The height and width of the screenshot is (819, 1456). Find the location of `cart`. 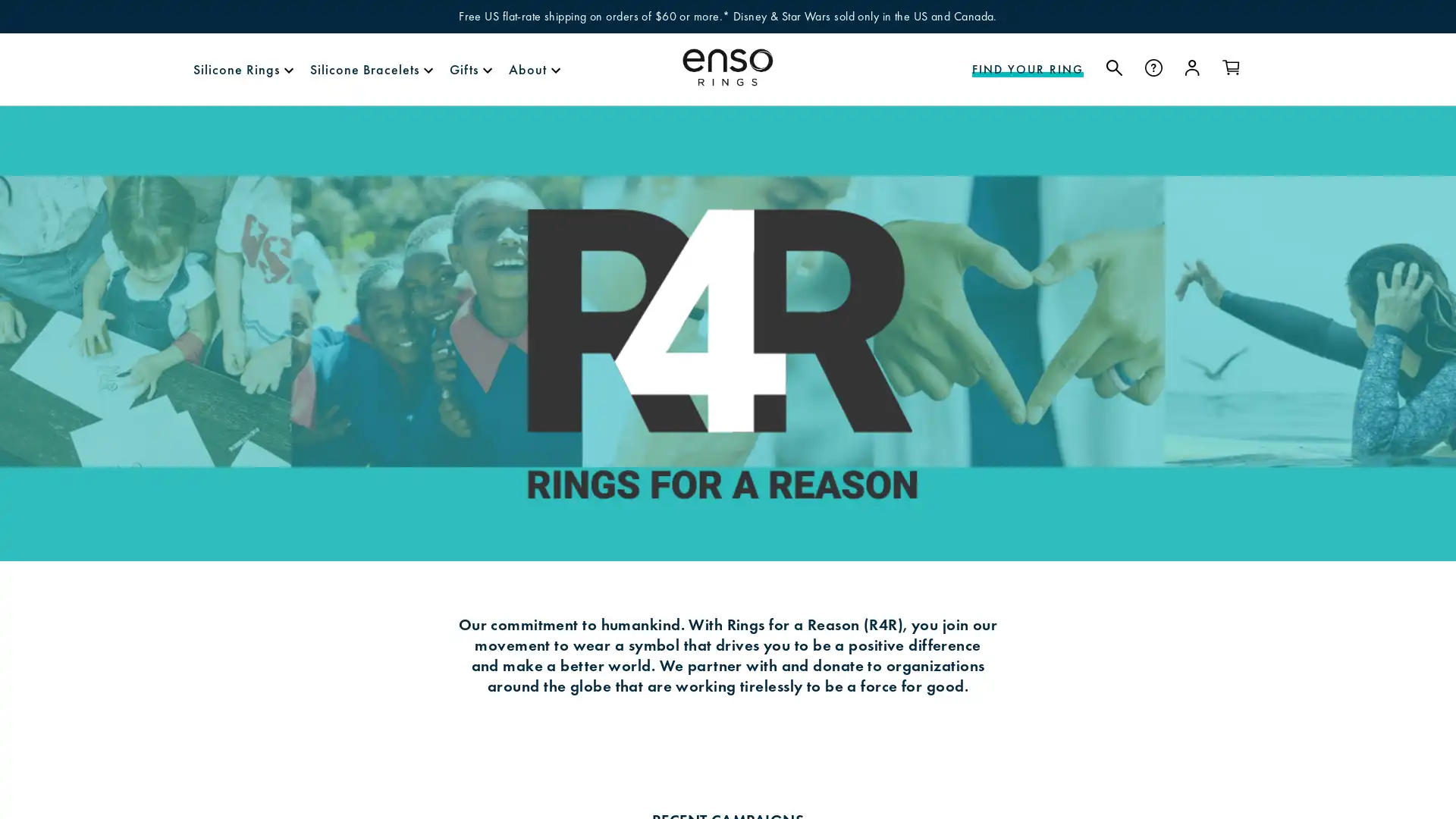

cart is located at coordinates (1231, 68).